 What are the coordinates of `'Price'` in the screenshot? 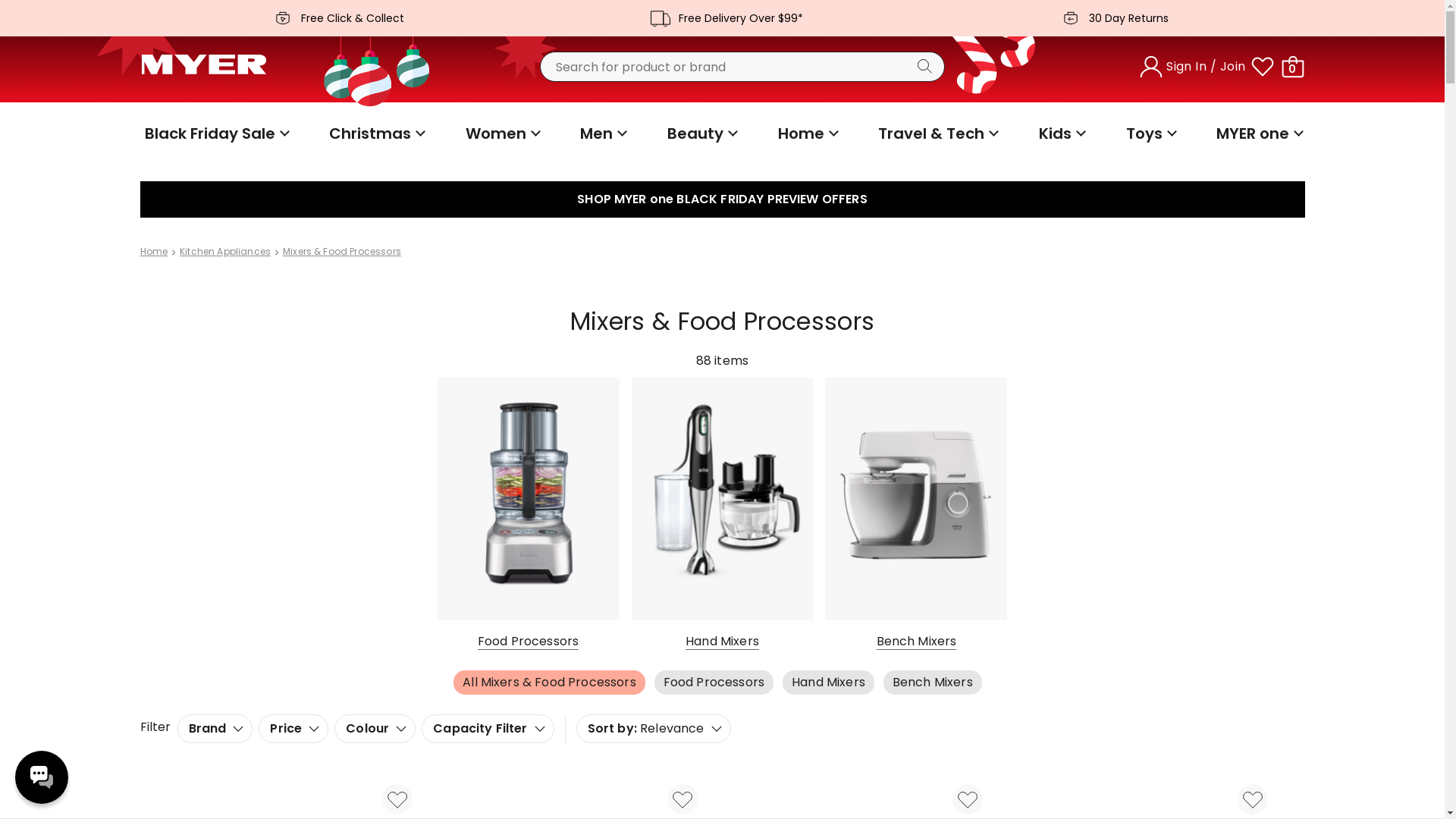 It's located at (293, 727).